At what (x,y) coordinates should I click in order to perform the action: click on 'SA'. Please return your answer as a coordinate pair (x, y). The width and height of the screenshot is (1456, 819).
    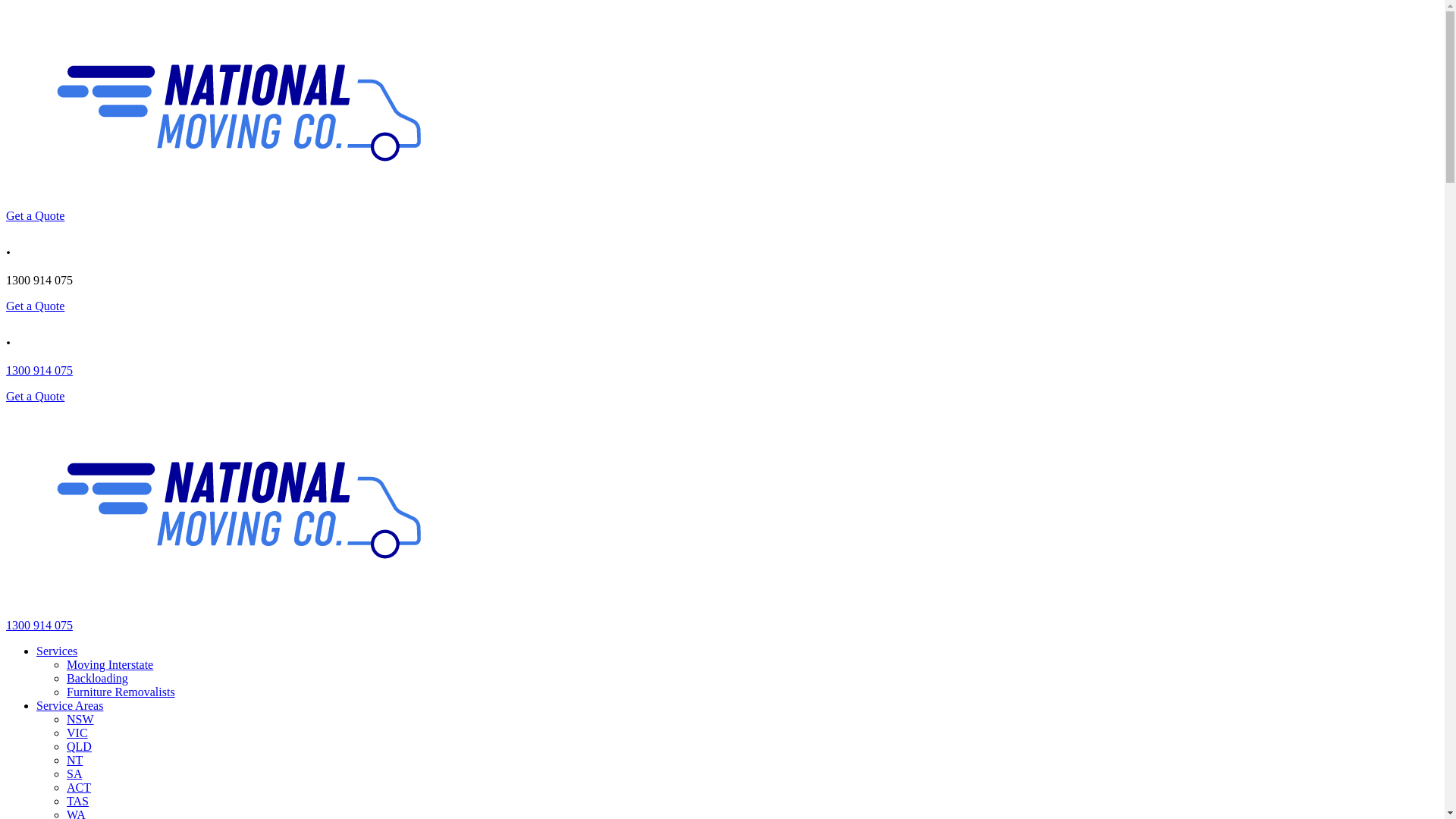
    Looking at the image, I should click on (73, 773).